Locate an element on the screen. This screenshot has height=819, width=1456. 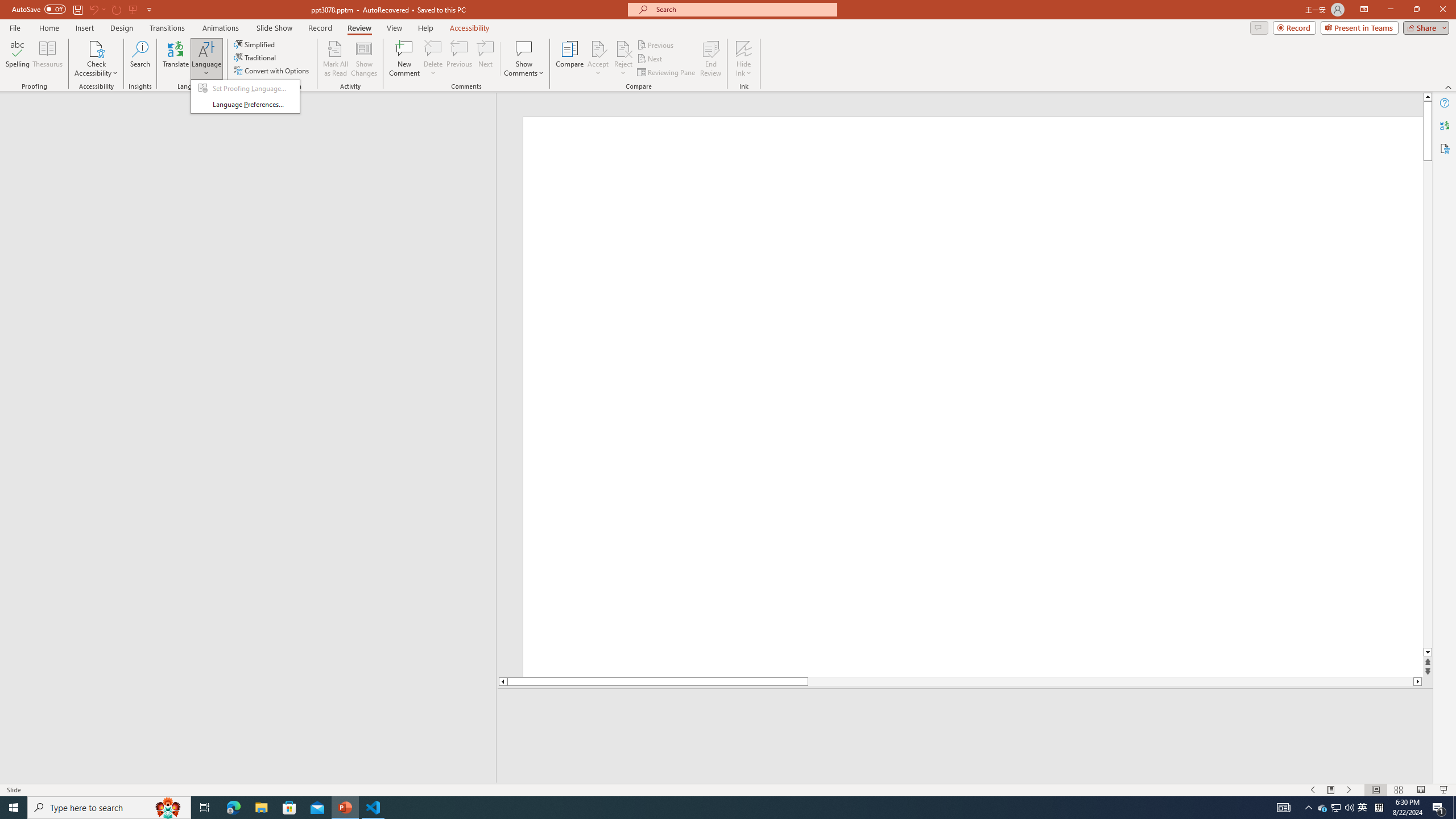
'Reviewing Pane' is located at coordinates (666, 72).